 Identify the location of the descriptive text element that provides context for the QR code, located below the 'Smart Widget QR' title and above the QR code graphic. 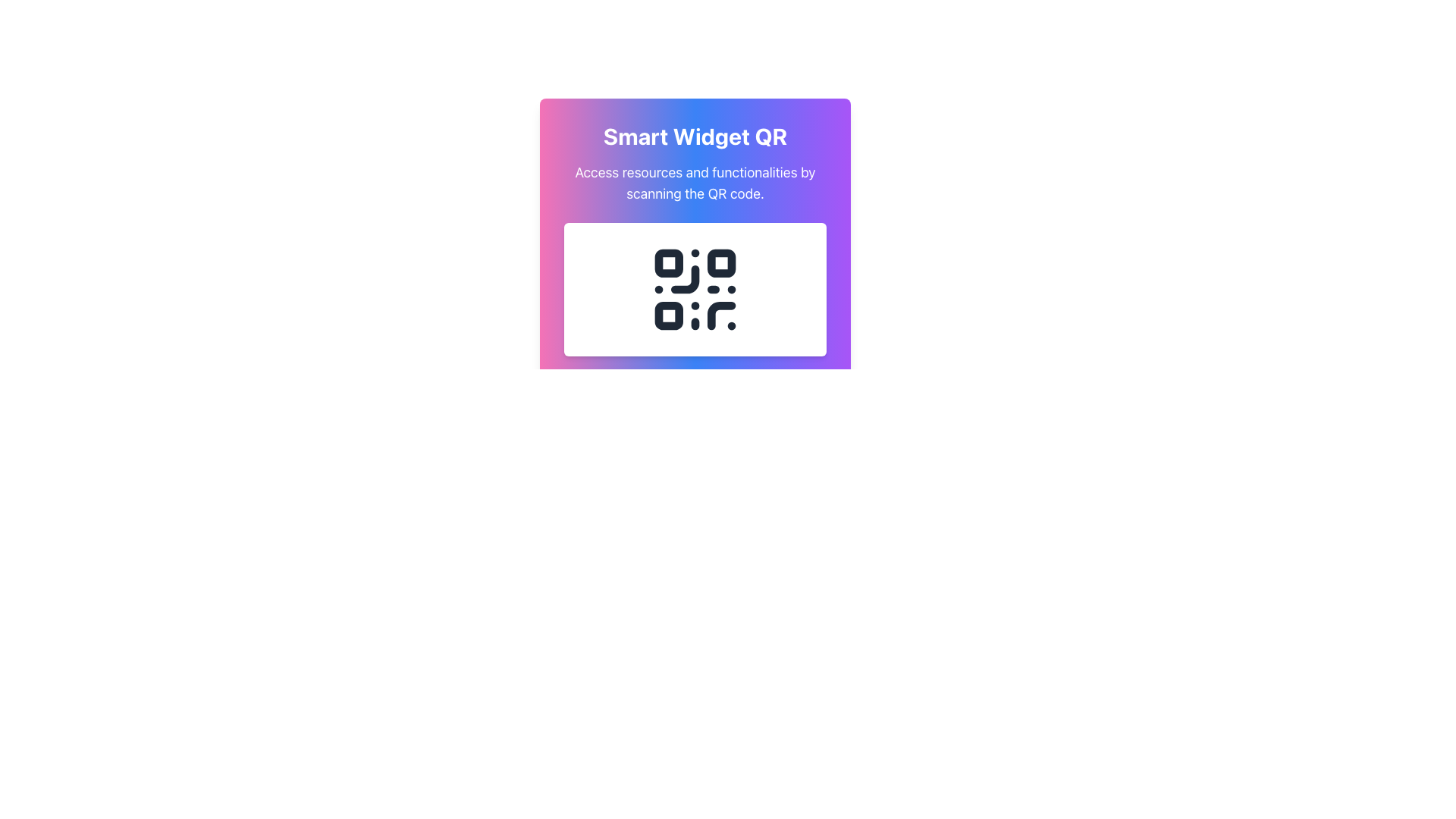
(694, 183).